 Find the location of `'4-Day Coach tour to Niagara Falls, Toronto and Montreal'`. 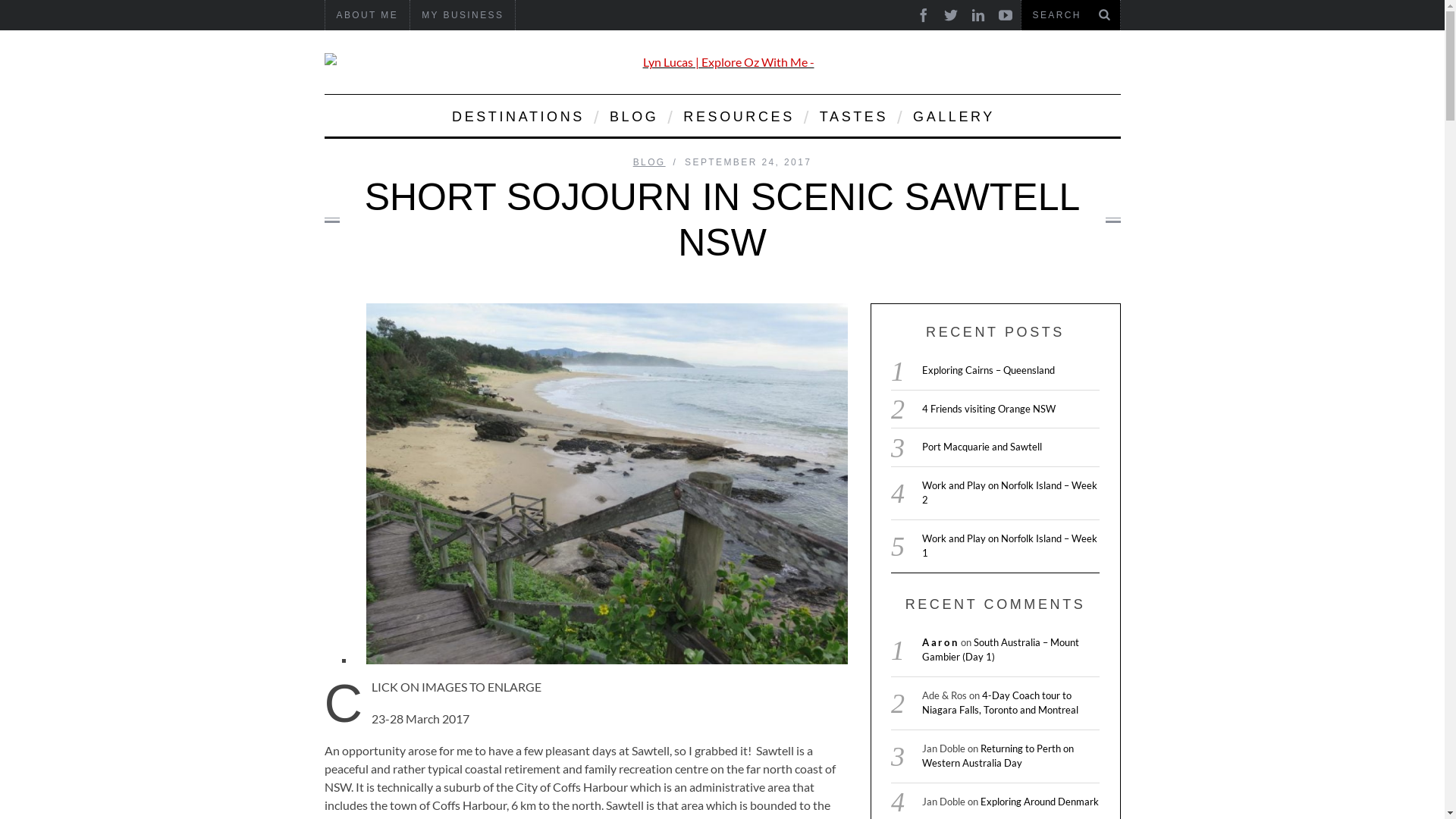

'4-Day Coach tour to Niagara Falls, Toronto and Montreal' is located at coordinates (921, 702).